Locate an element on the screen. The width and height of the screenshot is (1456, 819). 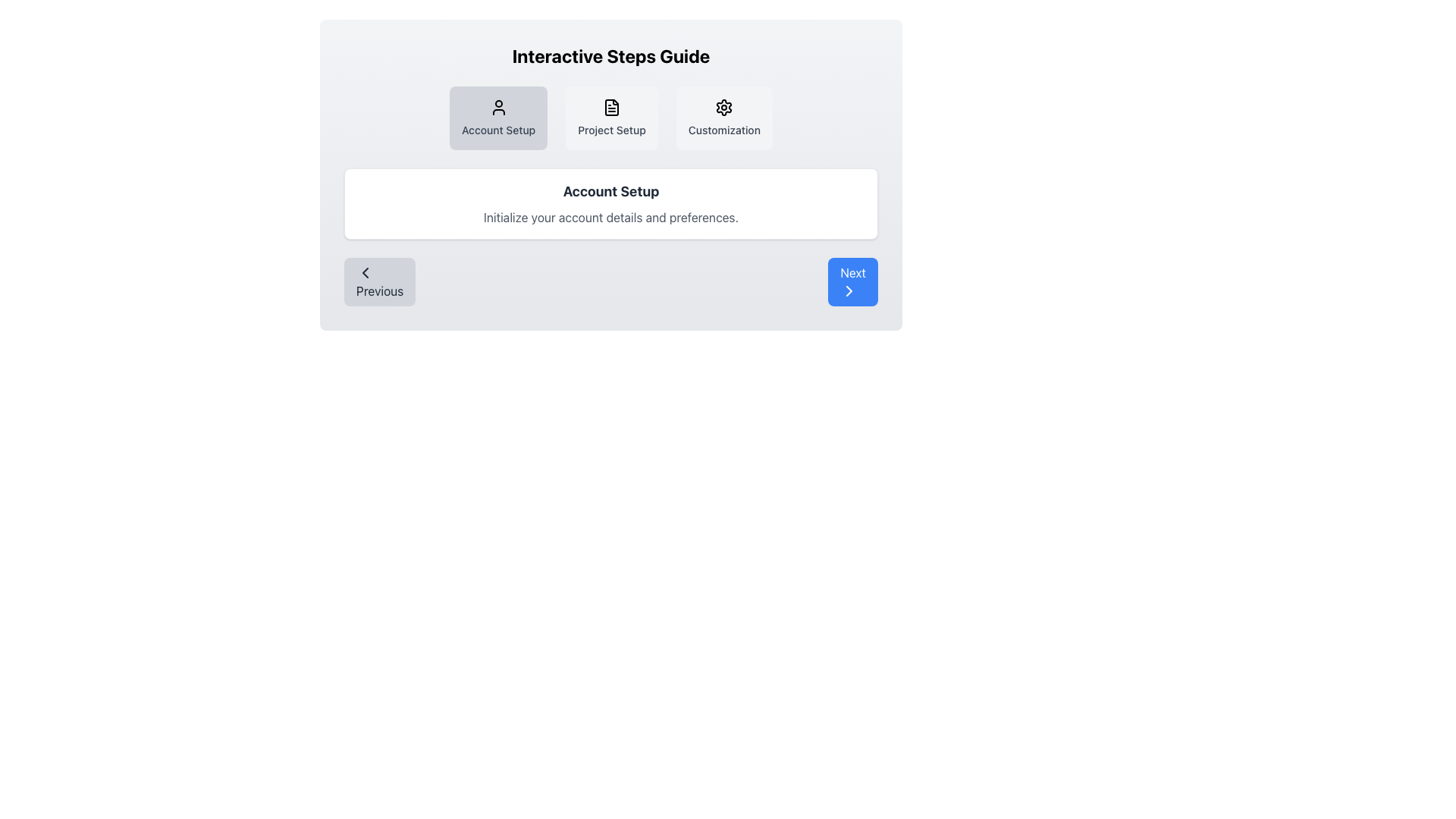
the 'Project Setup' button, which is the middle section of the navigation items in the 'Interactive Steps Guide' layout is located at coordinates (611, 117).